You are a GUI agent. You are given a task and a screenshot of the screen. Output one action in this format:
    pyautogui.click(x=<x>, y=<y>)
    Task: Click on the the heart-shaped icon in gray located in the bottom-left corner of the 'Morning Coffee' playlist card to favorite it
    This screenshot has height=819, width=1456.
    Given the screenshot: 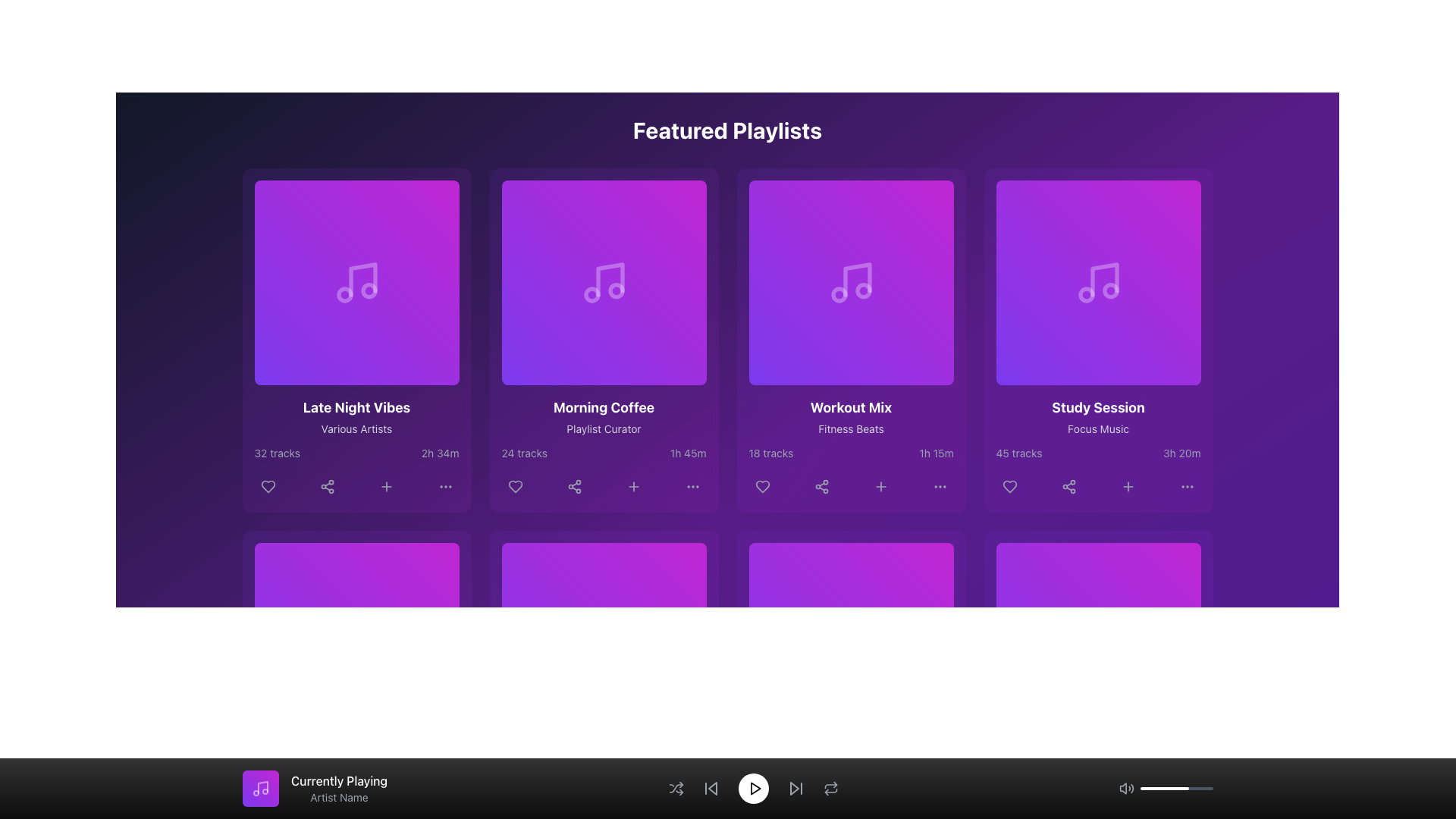 What is the action you would take?
    pyautogui.click(x=515, y=486)
    